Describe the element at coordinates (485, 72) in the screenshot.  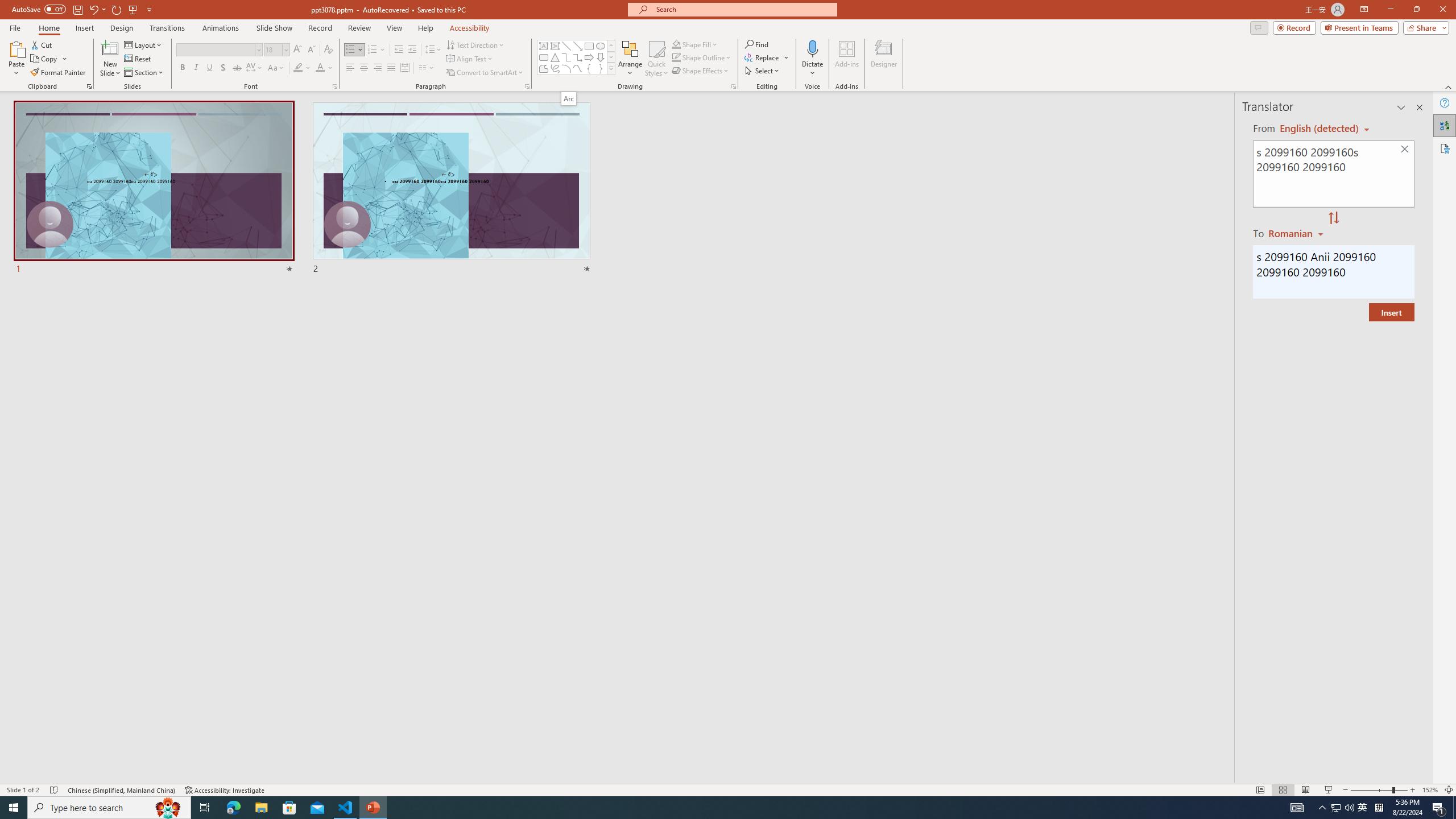
I see `'Convert to SmartArt'` at that location.